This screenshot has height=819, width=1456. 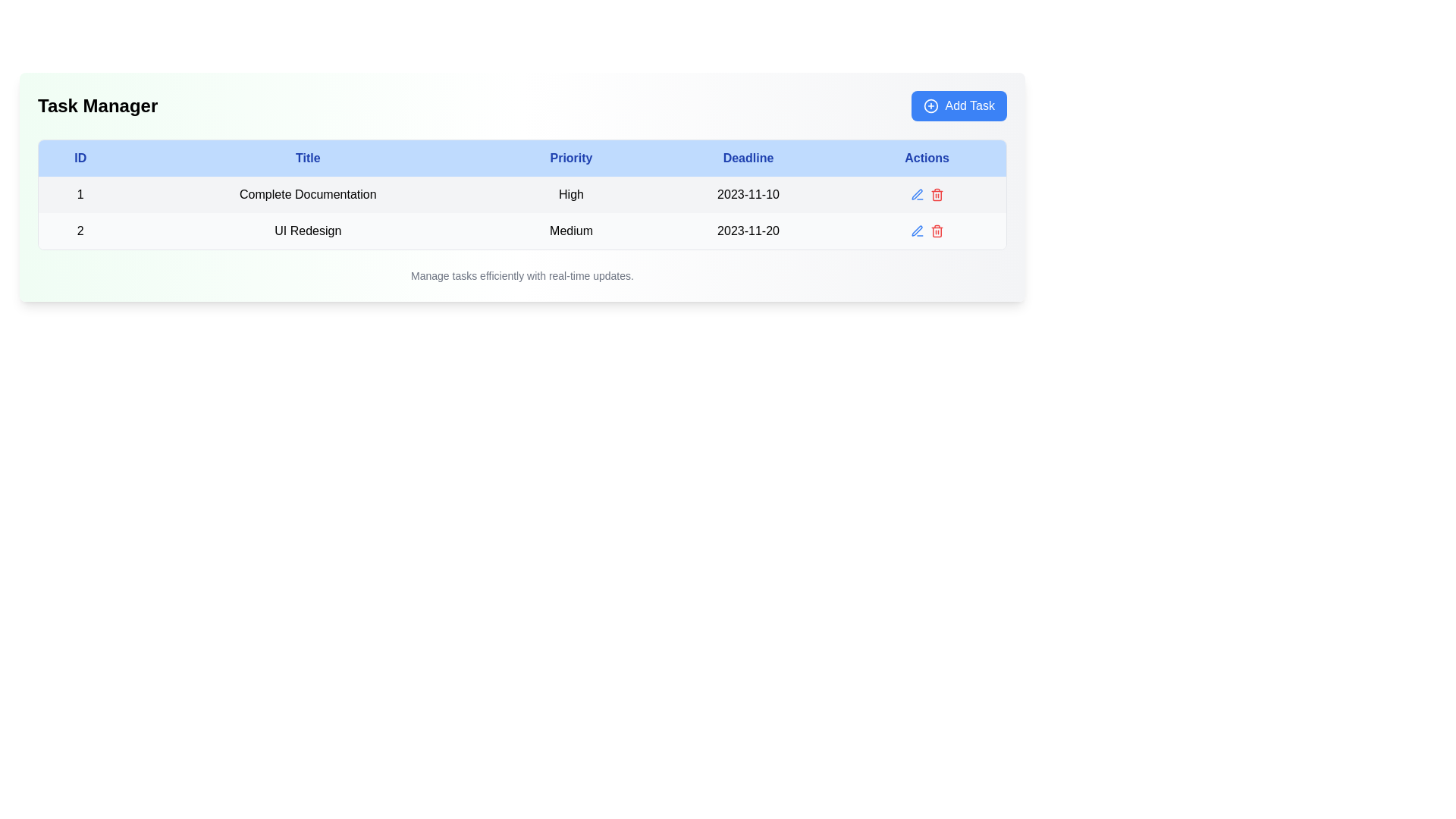 I want to click on the non-interactive text label indicating the priority level in the first row of the table under the 'Priority' column, located between the 'Title' and 'Deadline' columns, so click(x=570, y=194).